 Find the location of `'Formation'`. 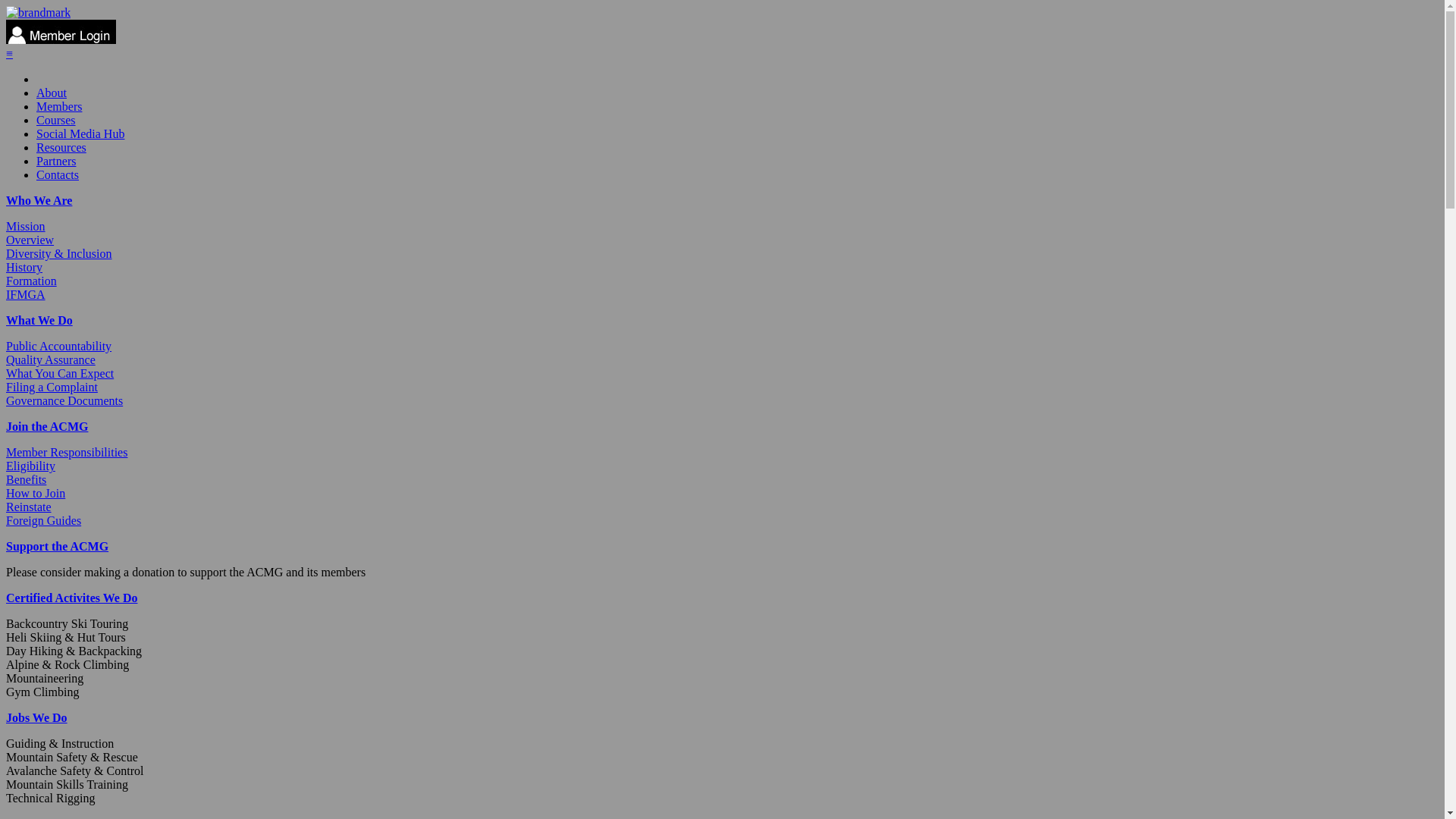

'Formation' is located at coordinates (31, 281).